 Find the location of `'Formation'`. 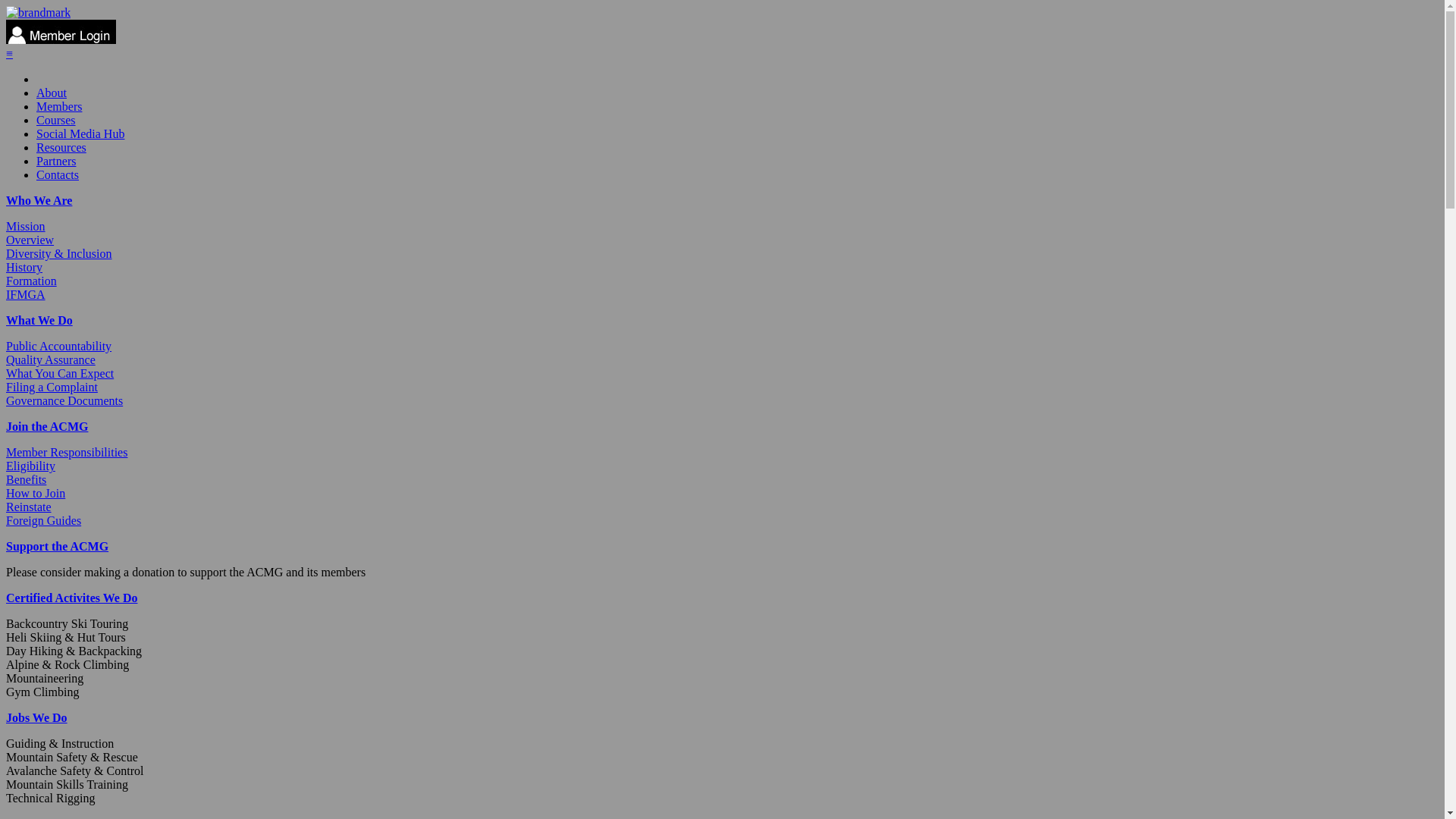

'Formation' is located at coordinates (31, 281).